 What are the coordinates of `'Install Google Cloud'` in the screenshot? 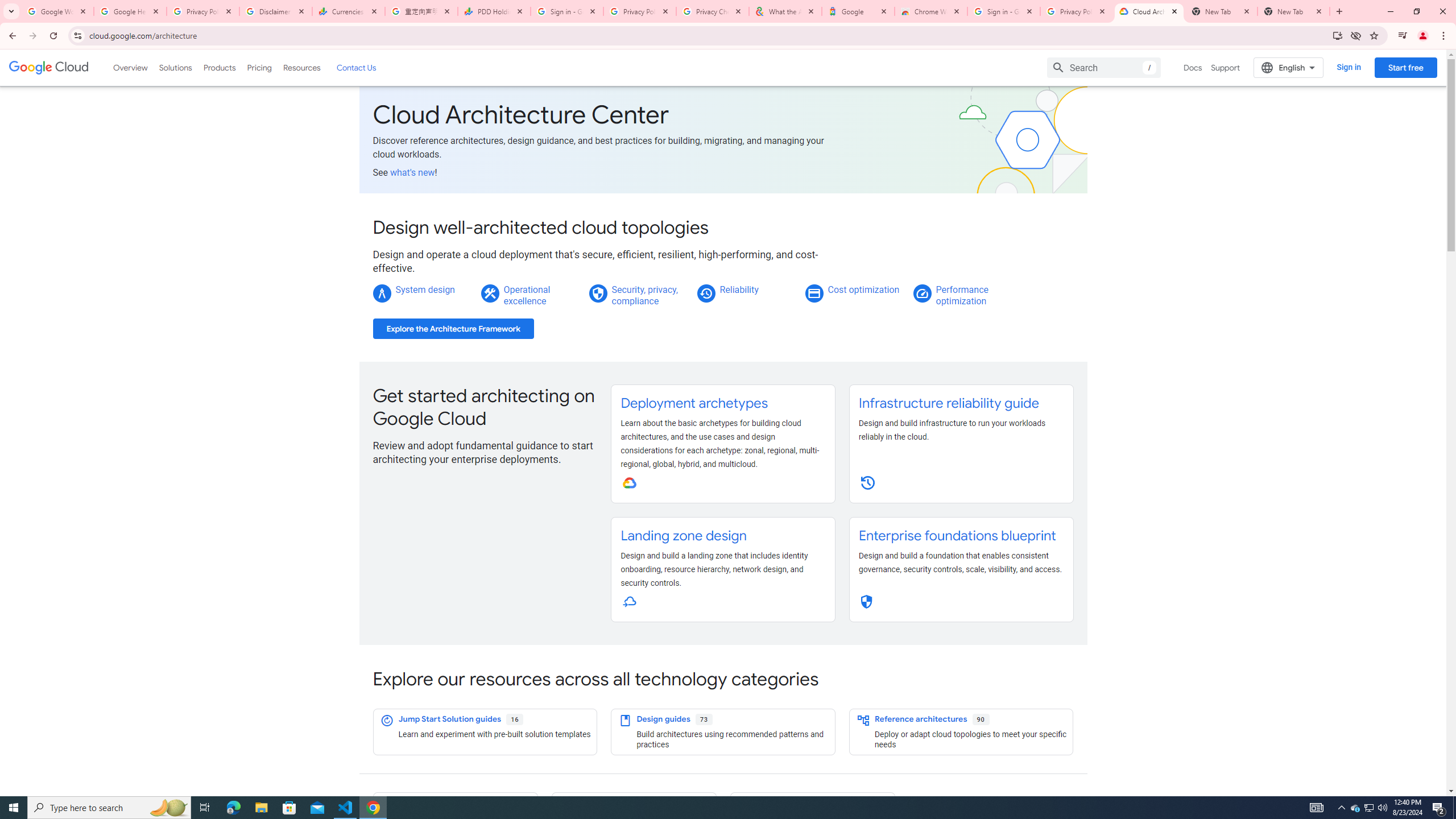 It's located at (1337, 35).